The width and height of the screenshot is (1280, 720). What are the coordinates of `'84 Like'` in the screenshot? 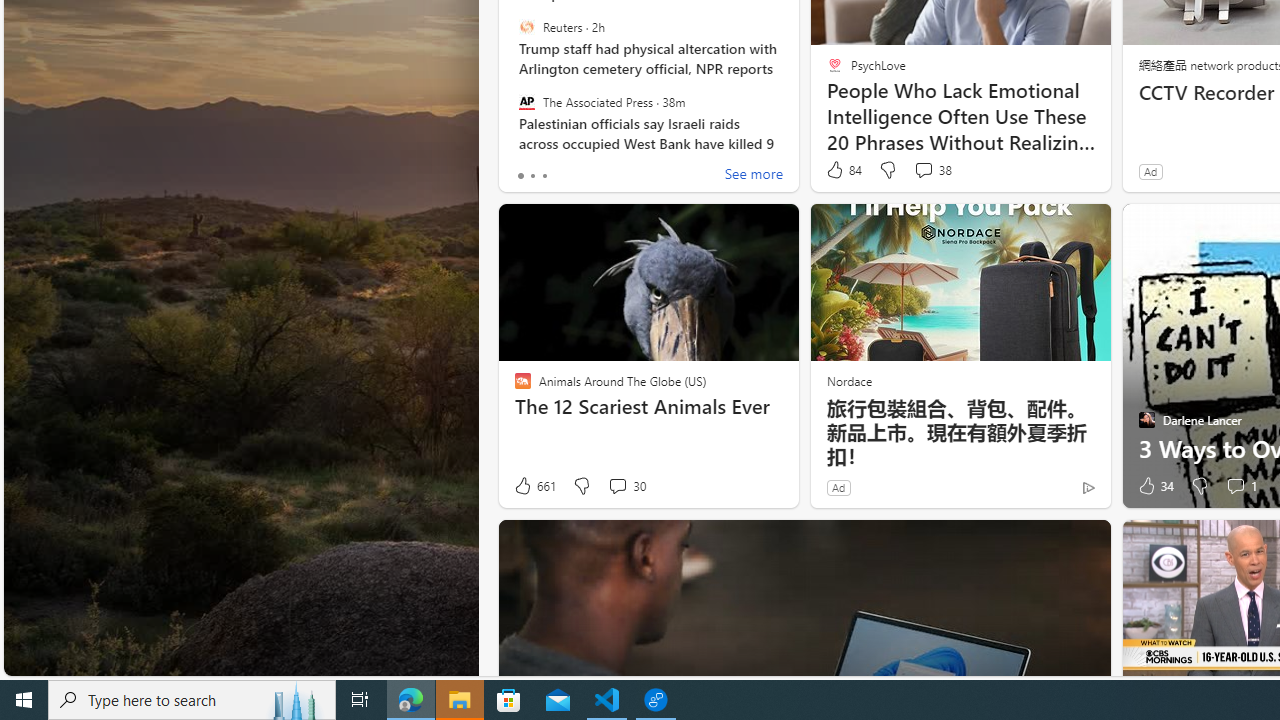 It's located at (843, 169).